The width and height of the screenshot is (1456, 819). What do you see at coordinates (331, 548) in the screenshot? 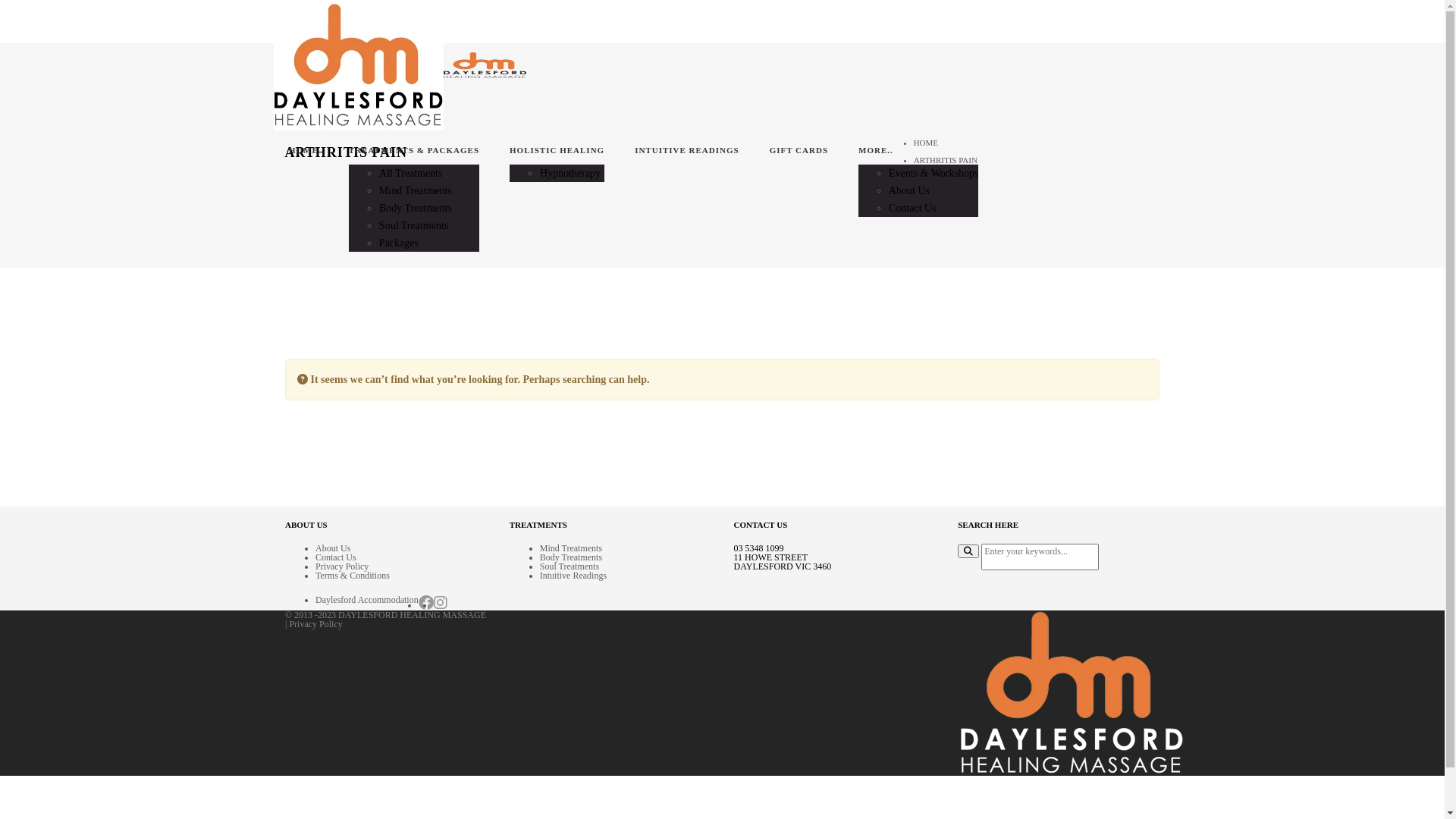
I see `'About Us'` at bounding box center [331, 548].